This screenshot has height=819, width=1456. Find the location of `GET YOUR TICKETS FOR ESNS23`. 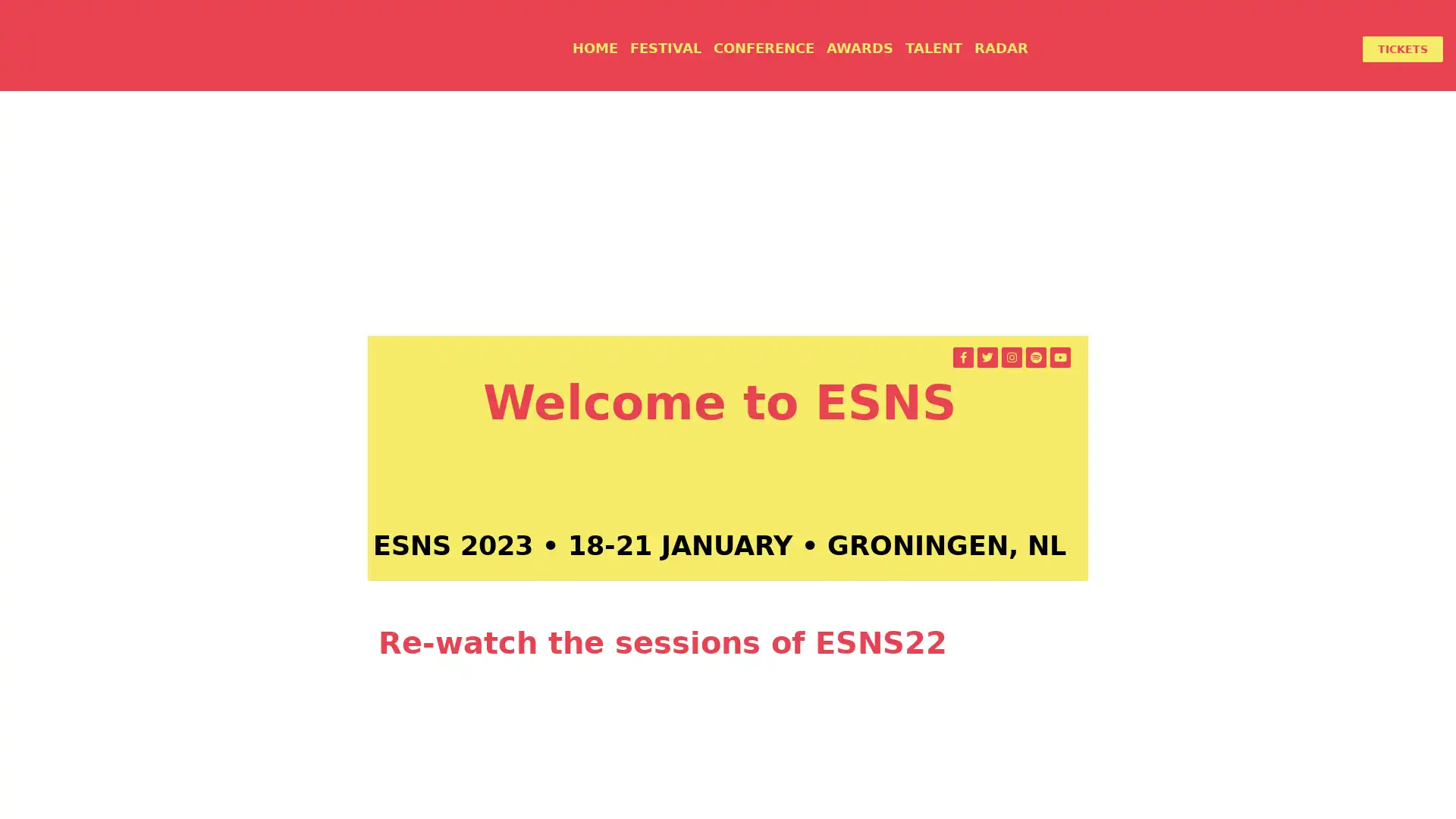

GET YOUR TICKETS FOR ESNS23 is located at coordinates (546, 475).